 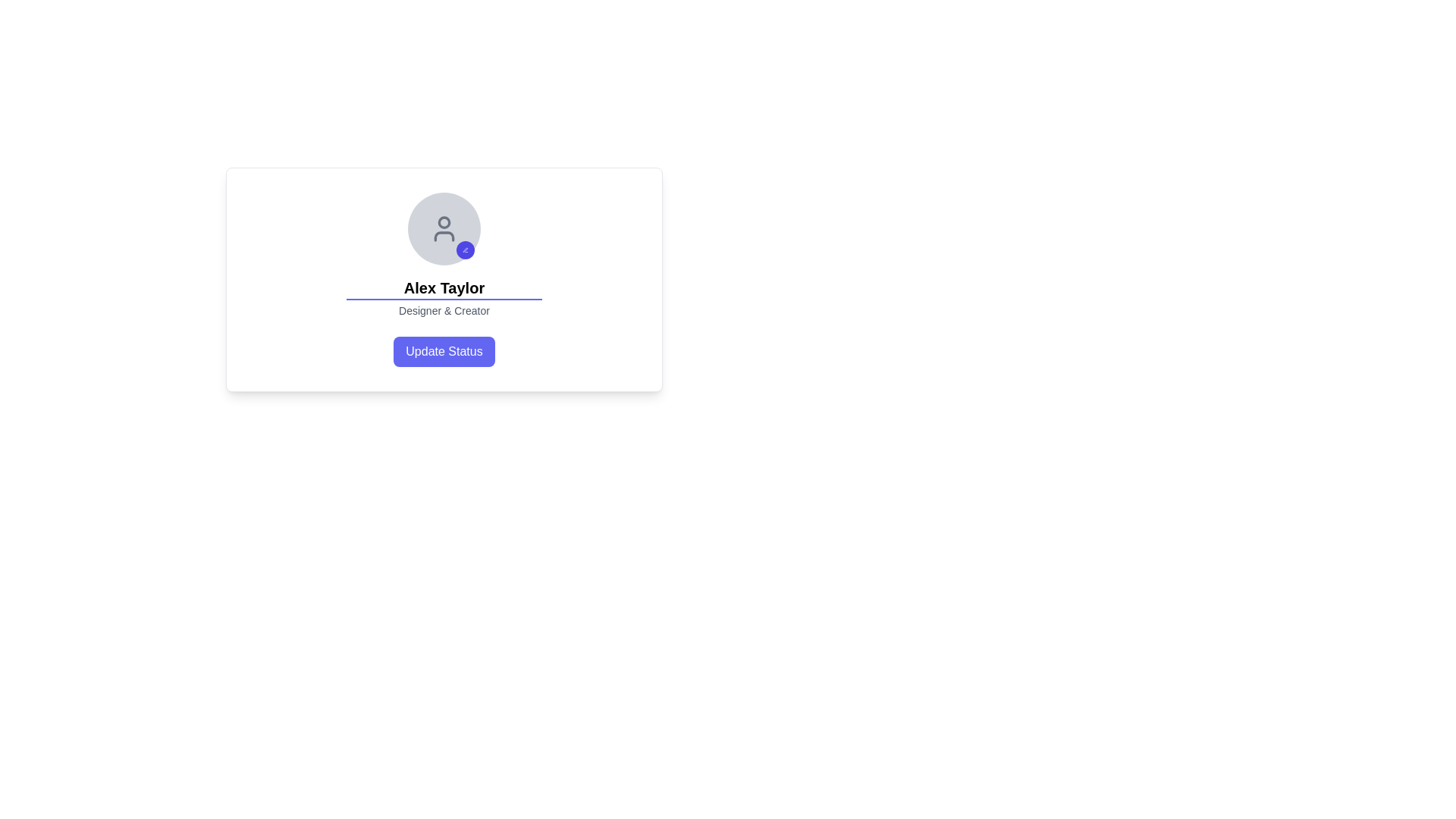 I want to click on the 'Update Status' button, which is a rectangular button with a deep blue background and white text located at the lower section of a user profile card, so click(x=443, y=351).